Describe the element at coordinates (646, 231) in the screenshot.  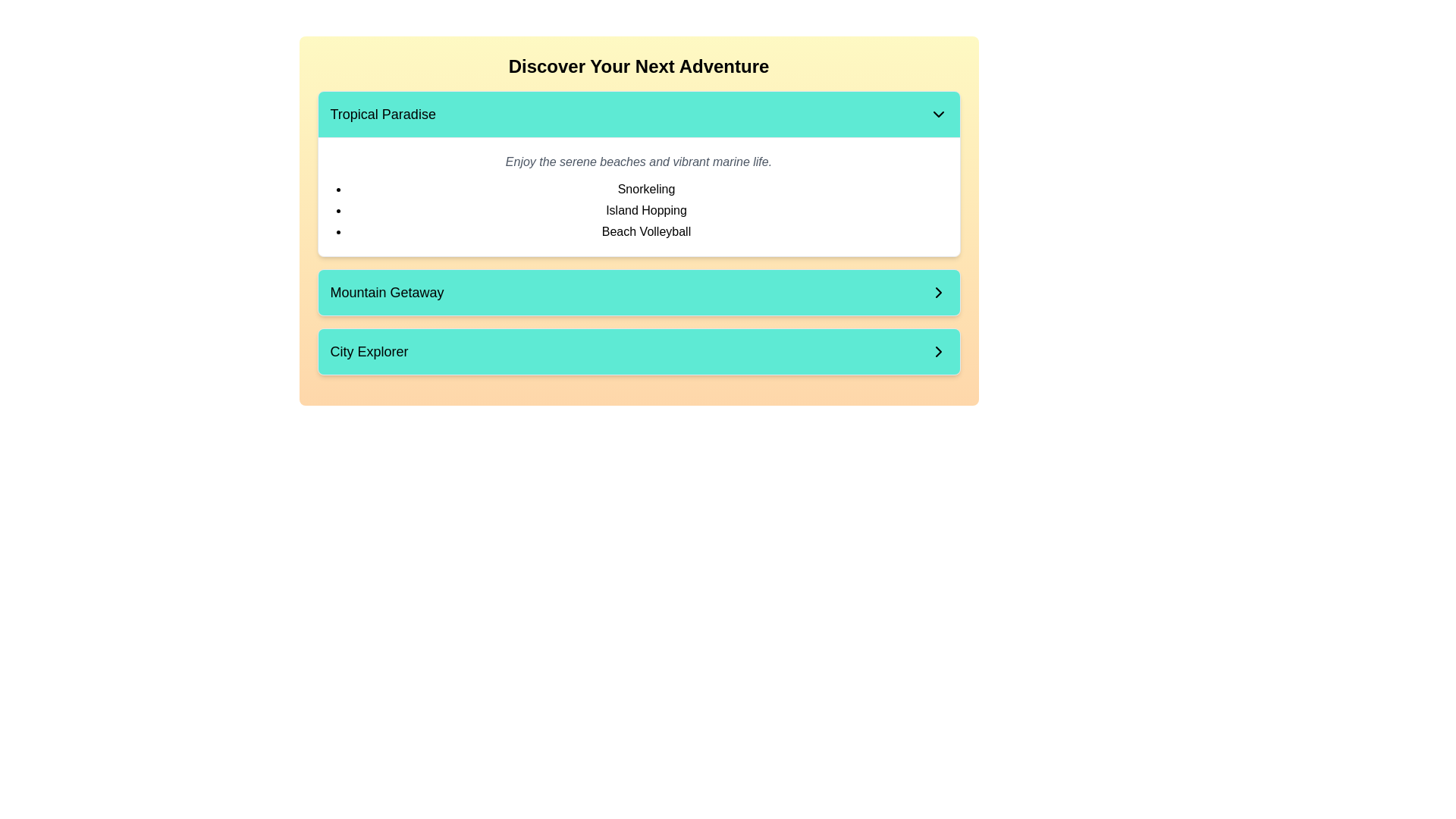
I see `the 'Beach Volleyball' text label, which is the third item in the dropdown list under 'Tropical Paradise', located between 'Island Hopping' and the list's border` at that location.